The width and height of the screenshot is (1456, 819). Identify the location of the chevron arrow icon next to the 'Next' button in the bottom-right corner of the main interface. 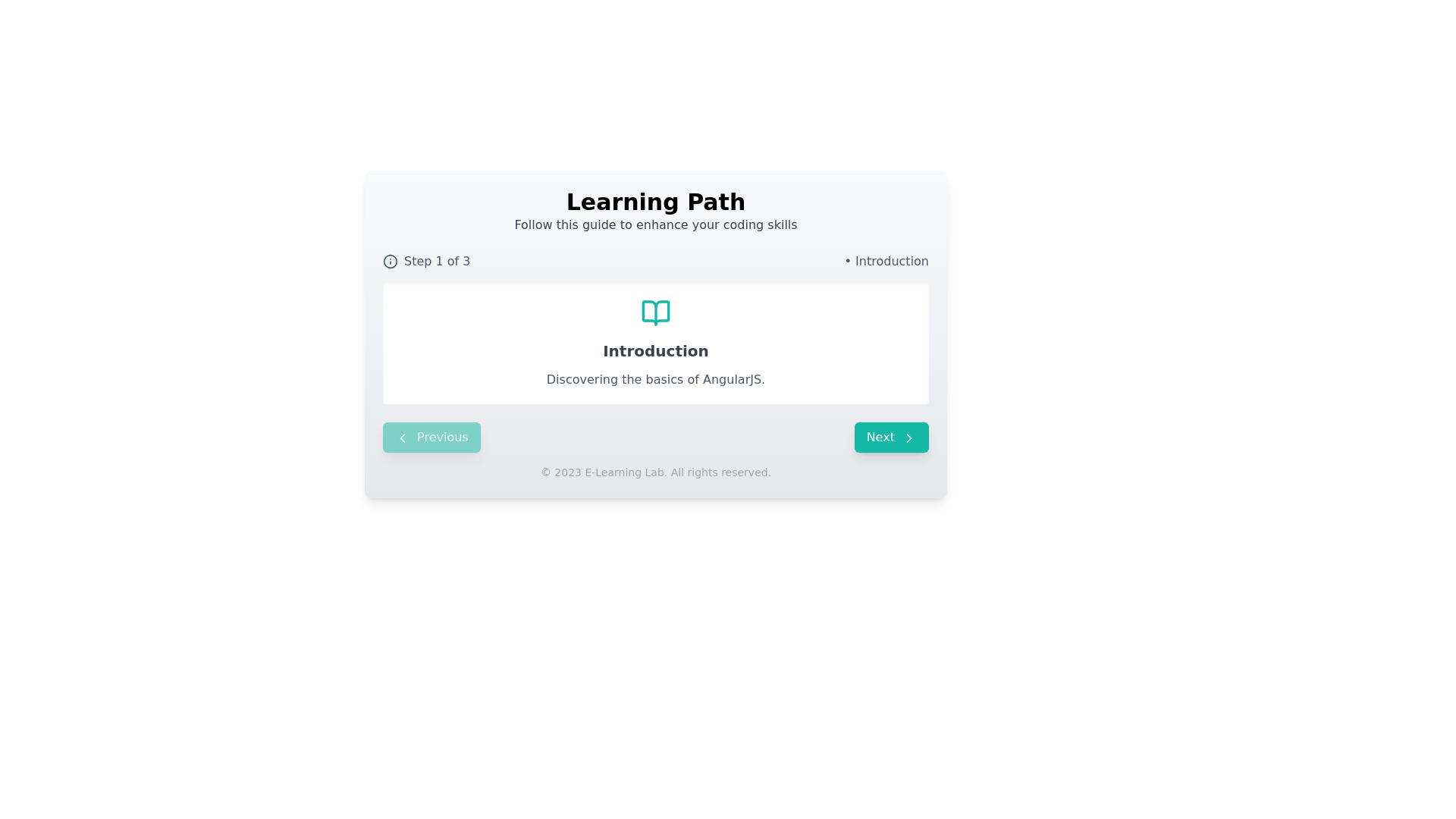
(909, 438).